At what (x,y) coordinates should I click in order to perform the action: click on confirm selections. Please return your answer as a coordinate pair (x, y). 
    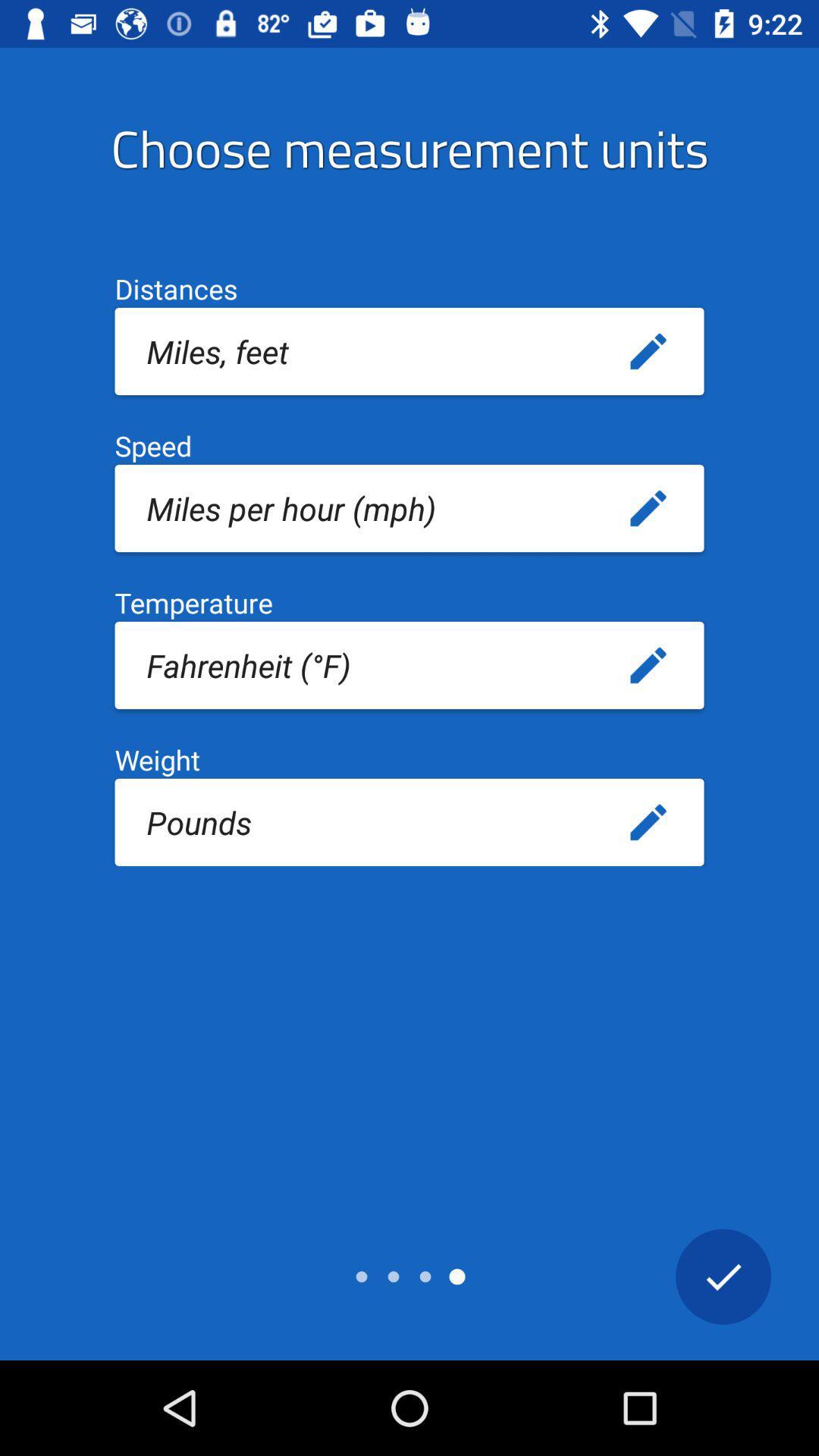
    Looking at the image, I should click on (722, 1276).